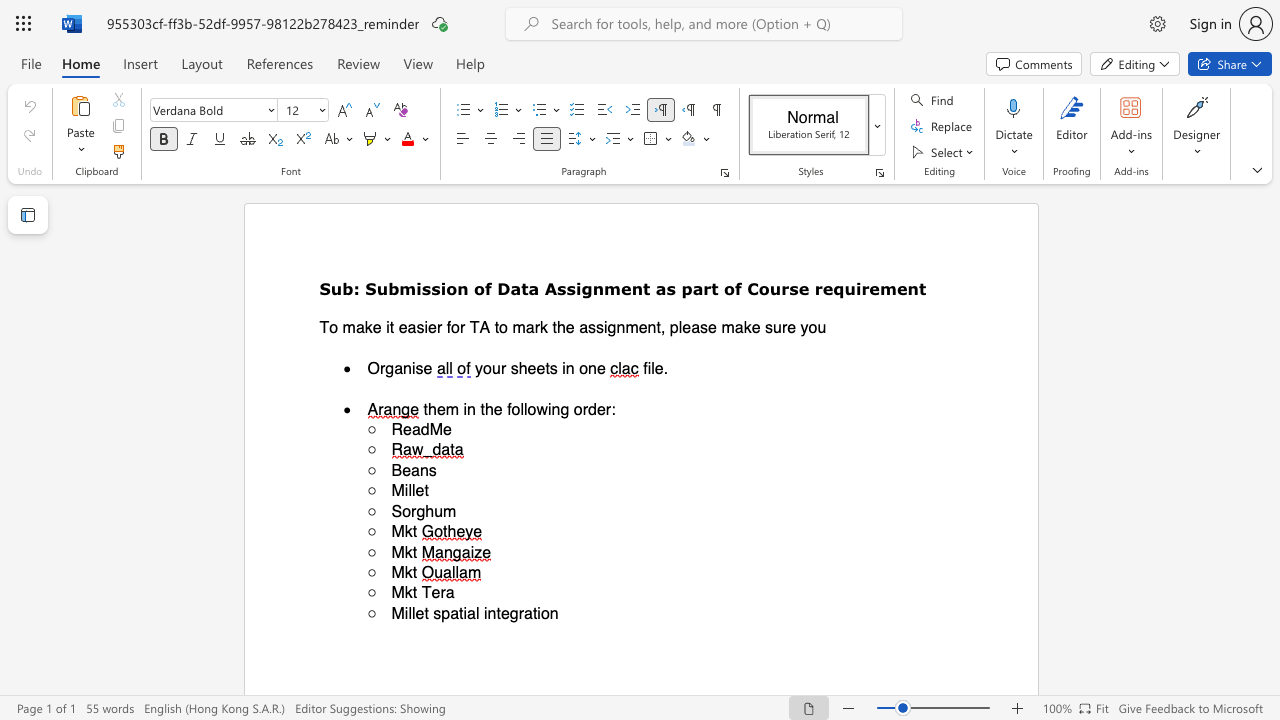 Image resolution: width=1280 pixels, height=720 pixels. Describe the element at coordinates (393, 288) in the screenshot. I see `the 2th character "b" in the text` at that location.